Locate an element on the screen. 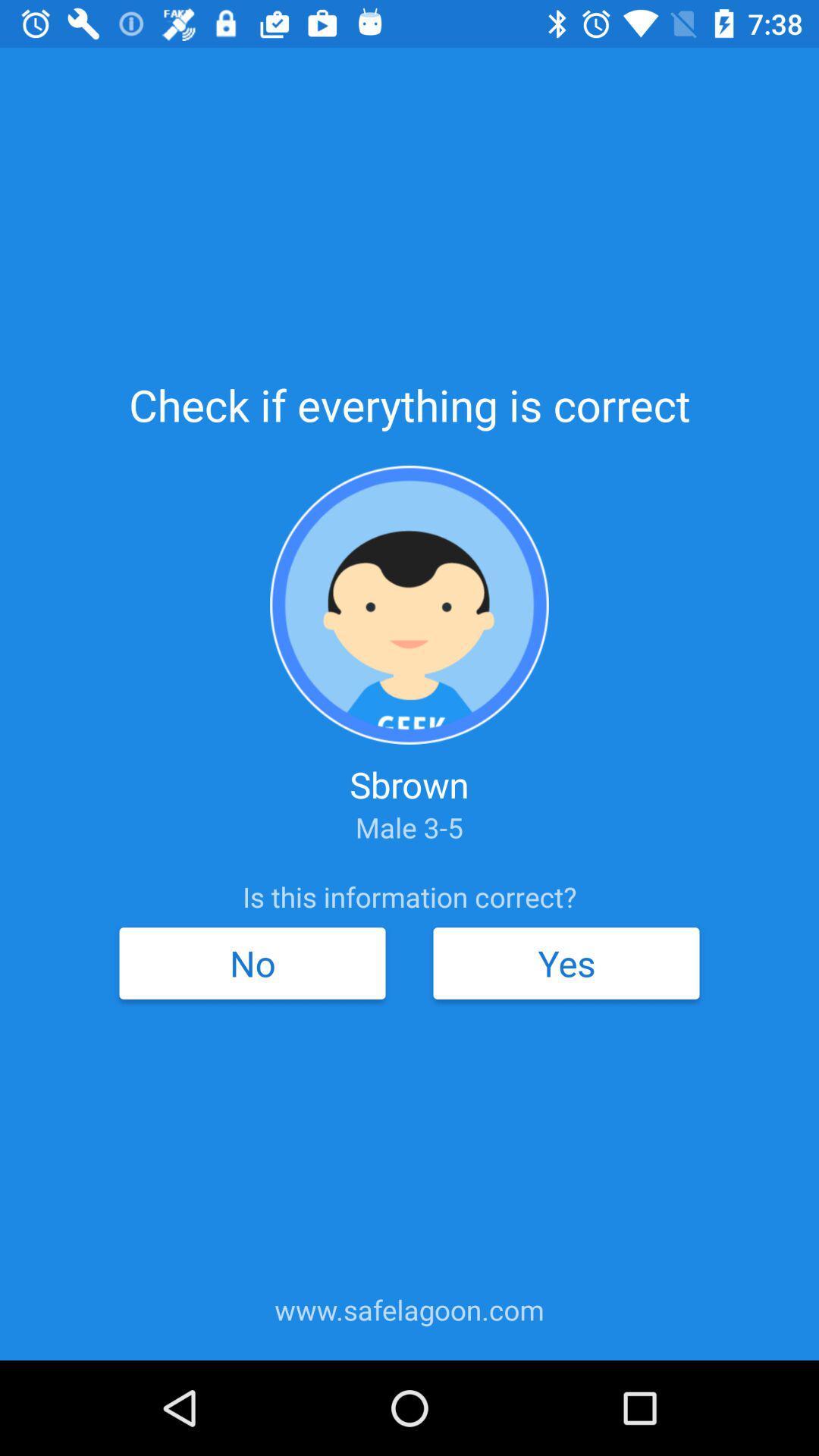  the icon next to the yes item is located at coordinates (251, 962).